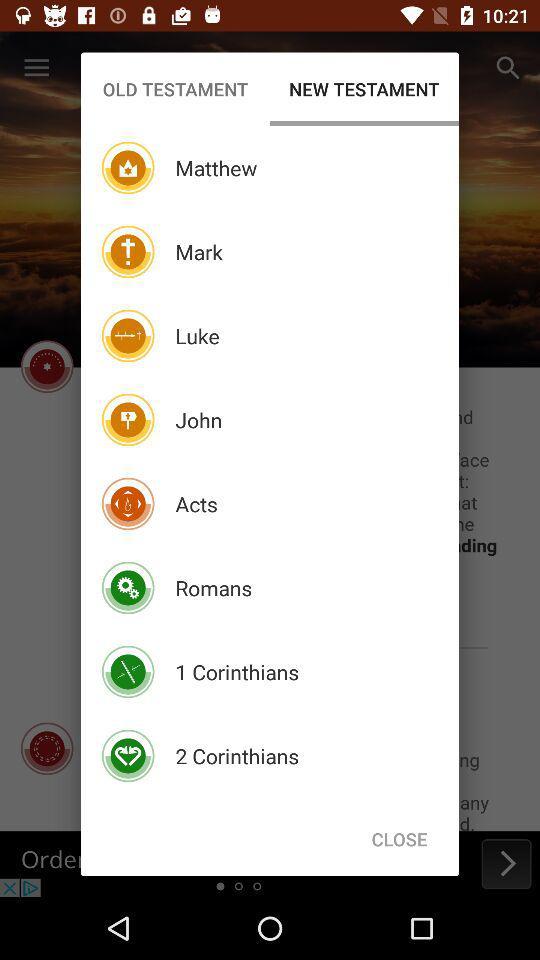 The height and width of the screenshot is (960, 540). What do you see at coordinates (399, 839) in the screenshot?
I see `icon at the bottom right corner` at bounding box center [399, 839].